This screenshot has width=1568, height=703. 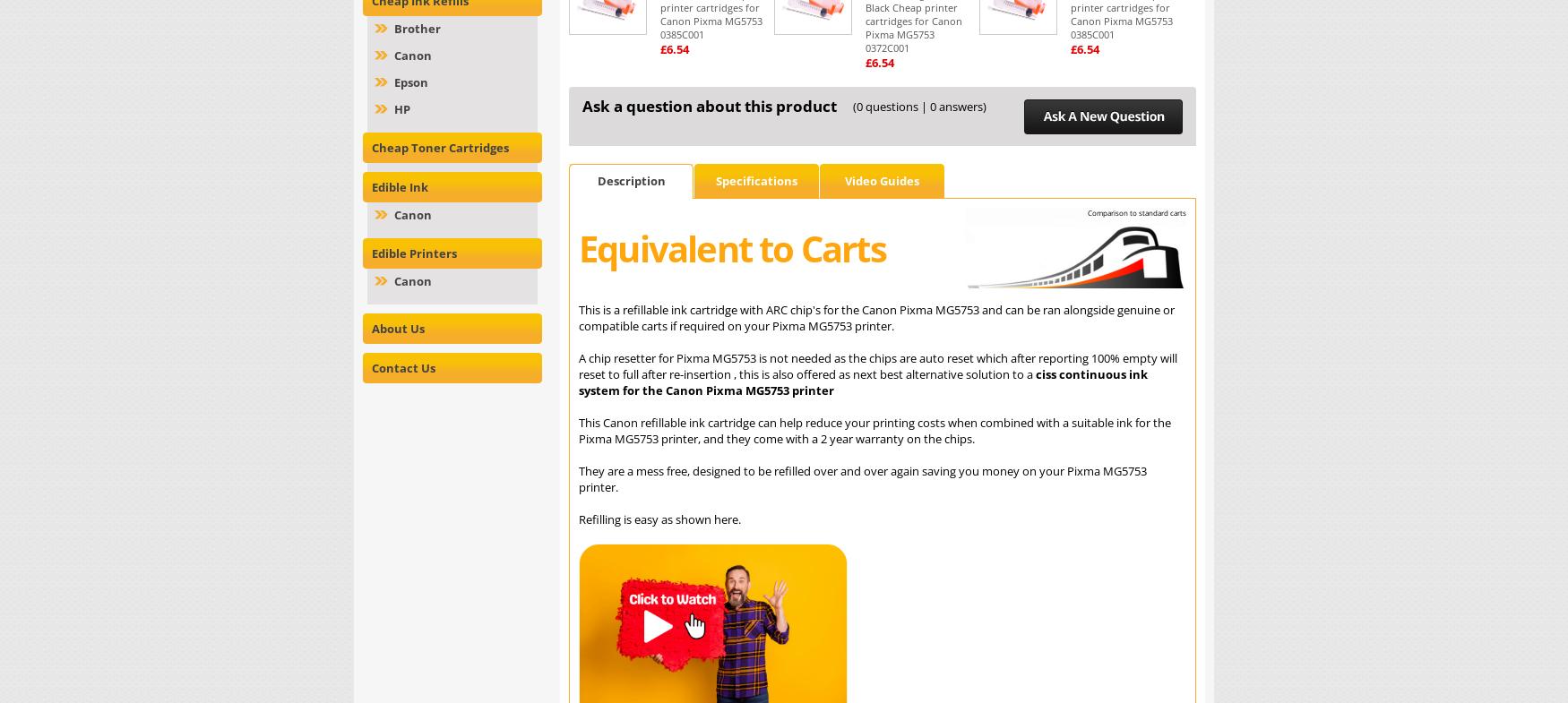 I want to click on '(0 questions | 0 answers)', so click(x=918, y=106).